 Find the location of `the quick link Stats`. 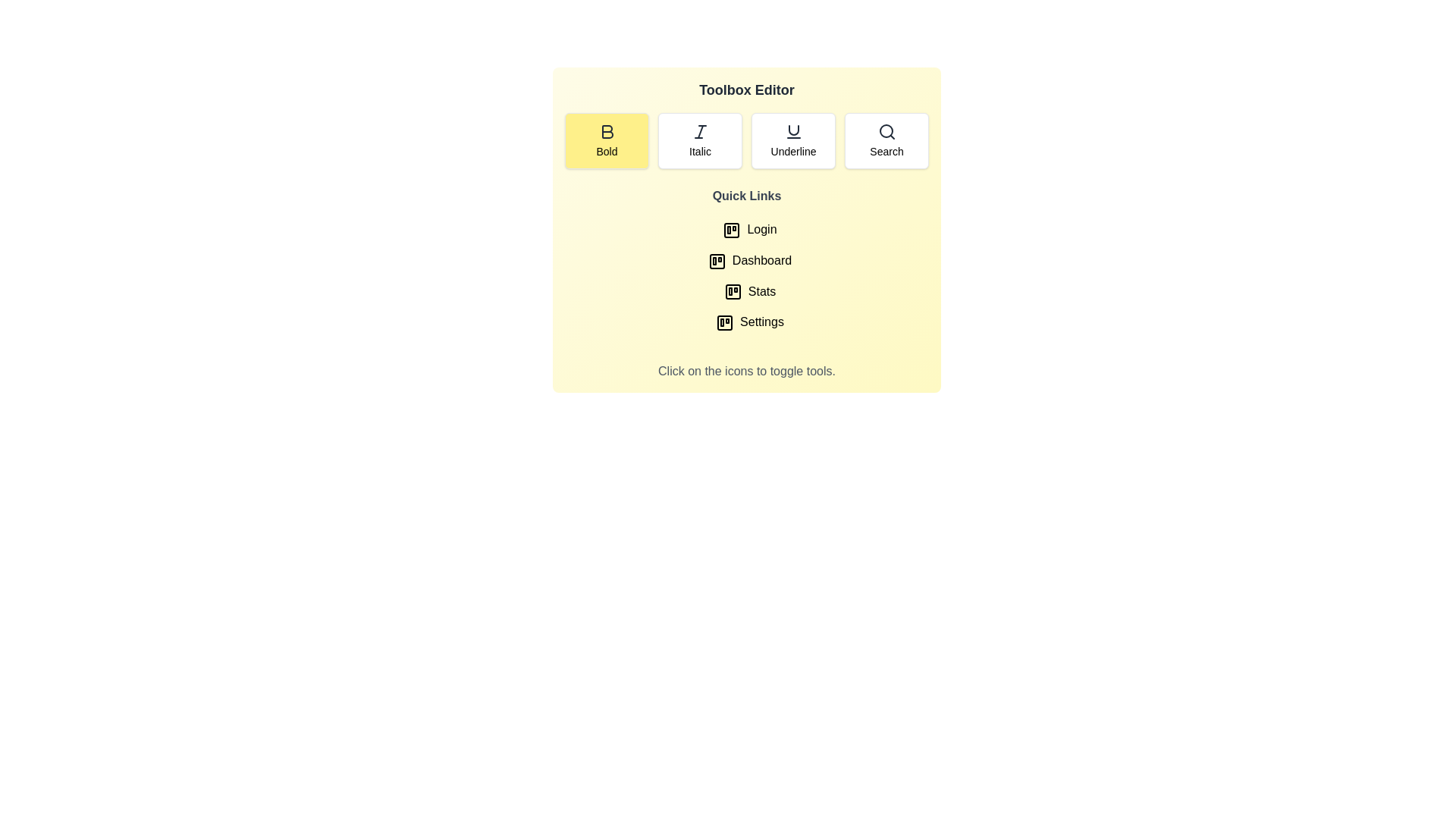

the quick link Stats is located at coordinates (746, 292).